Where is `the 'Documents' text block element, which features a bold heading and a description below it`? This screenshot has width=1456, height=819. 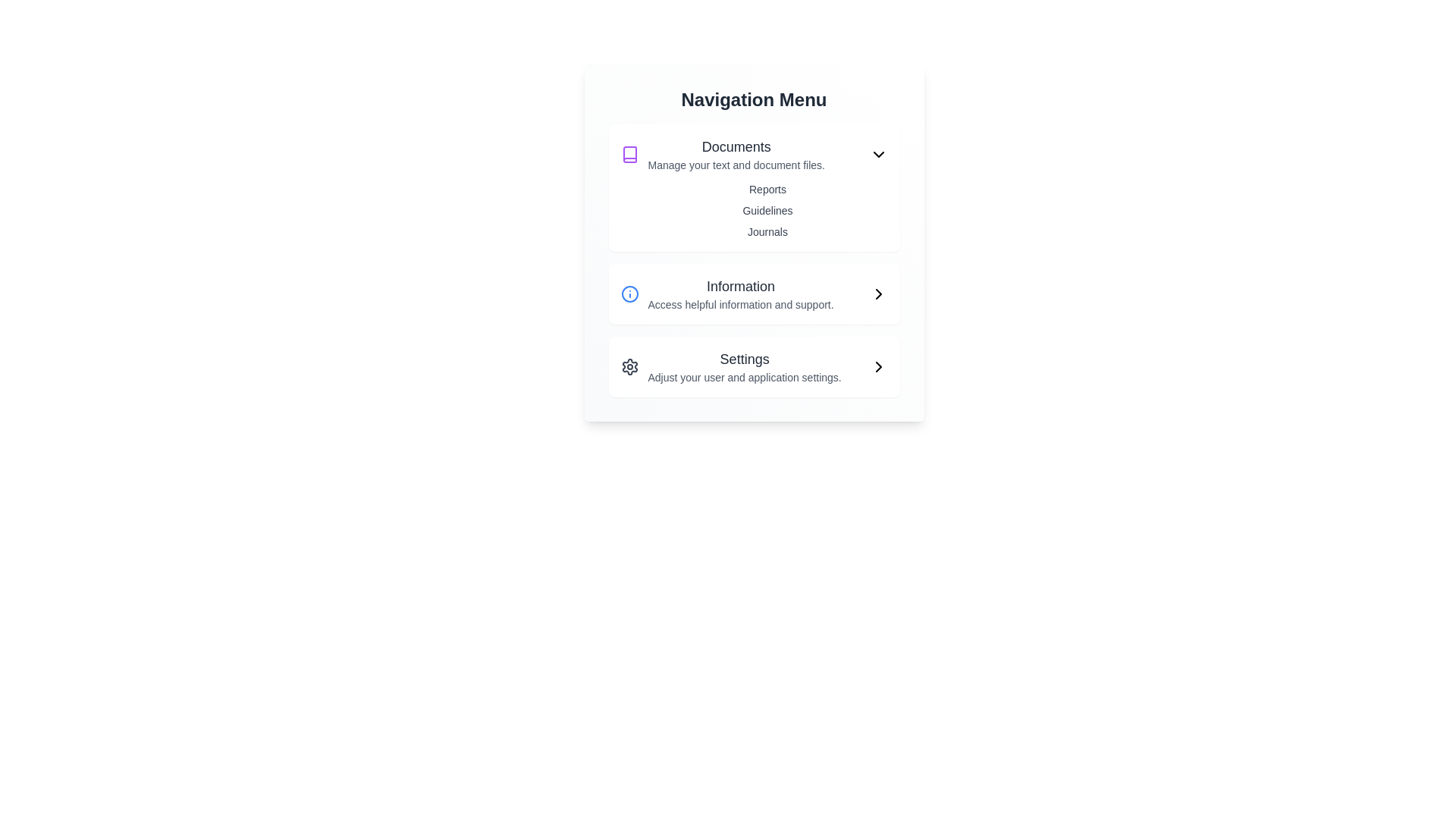
the 'Documents' text block element, which features a bold heading and a description below it is located at coordinates (736, 155).